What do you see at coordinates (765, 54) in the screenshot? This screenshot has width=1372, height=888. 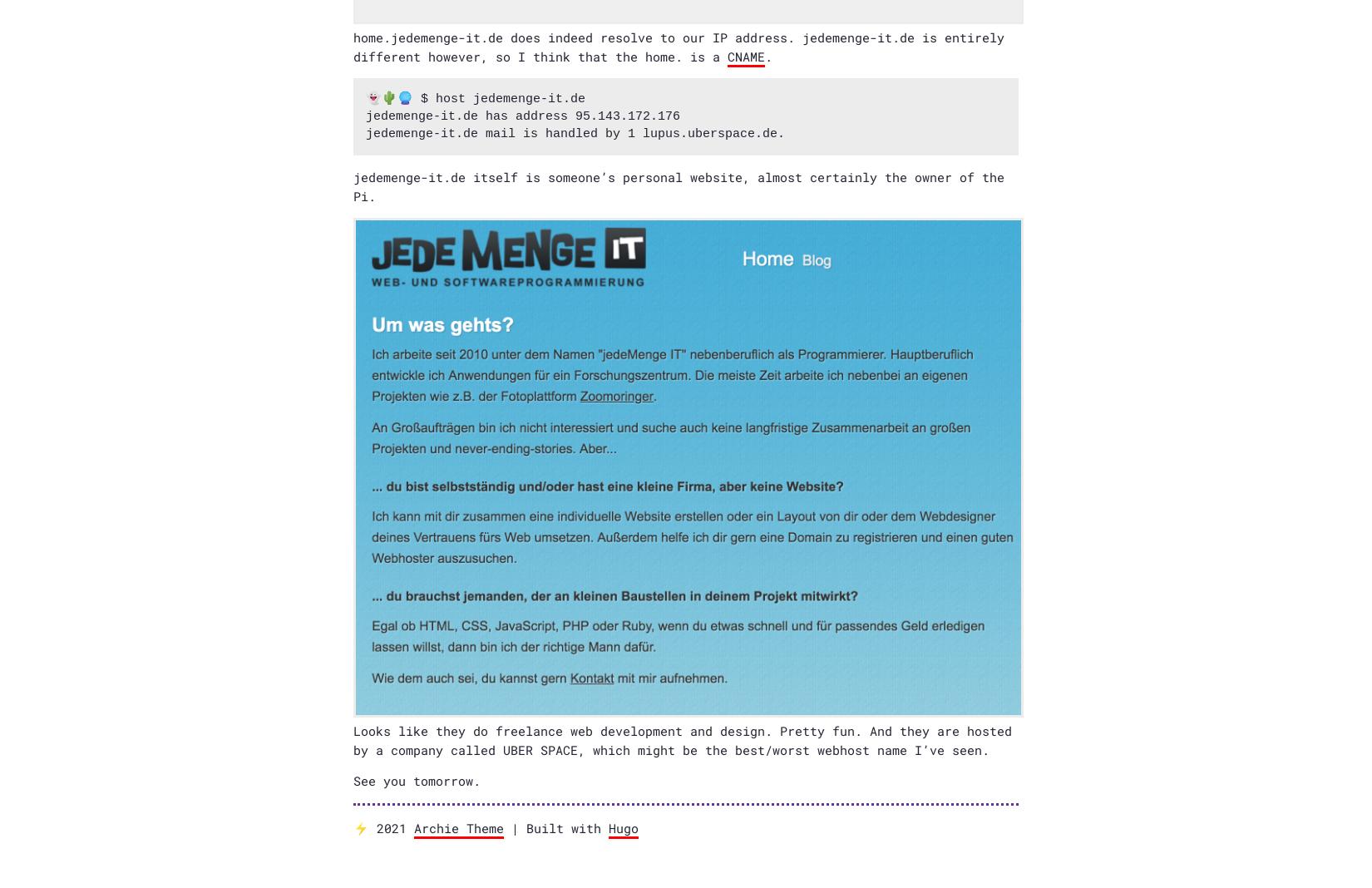 I see `'.'` at bounding box center [765, 54].